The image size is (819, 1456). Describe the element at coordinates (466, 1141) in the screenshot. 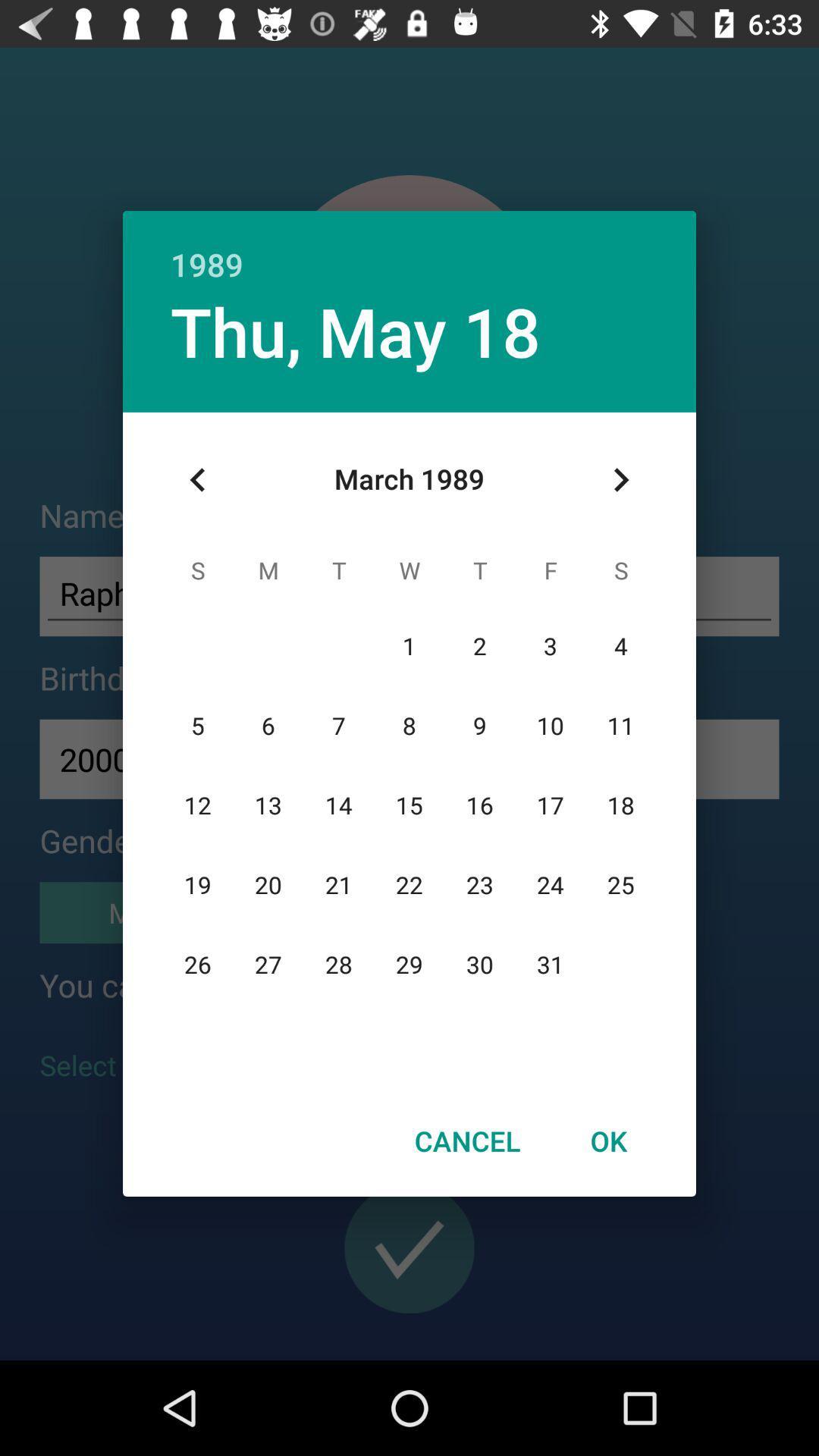

I see `the item next to the ok icon` at that location.